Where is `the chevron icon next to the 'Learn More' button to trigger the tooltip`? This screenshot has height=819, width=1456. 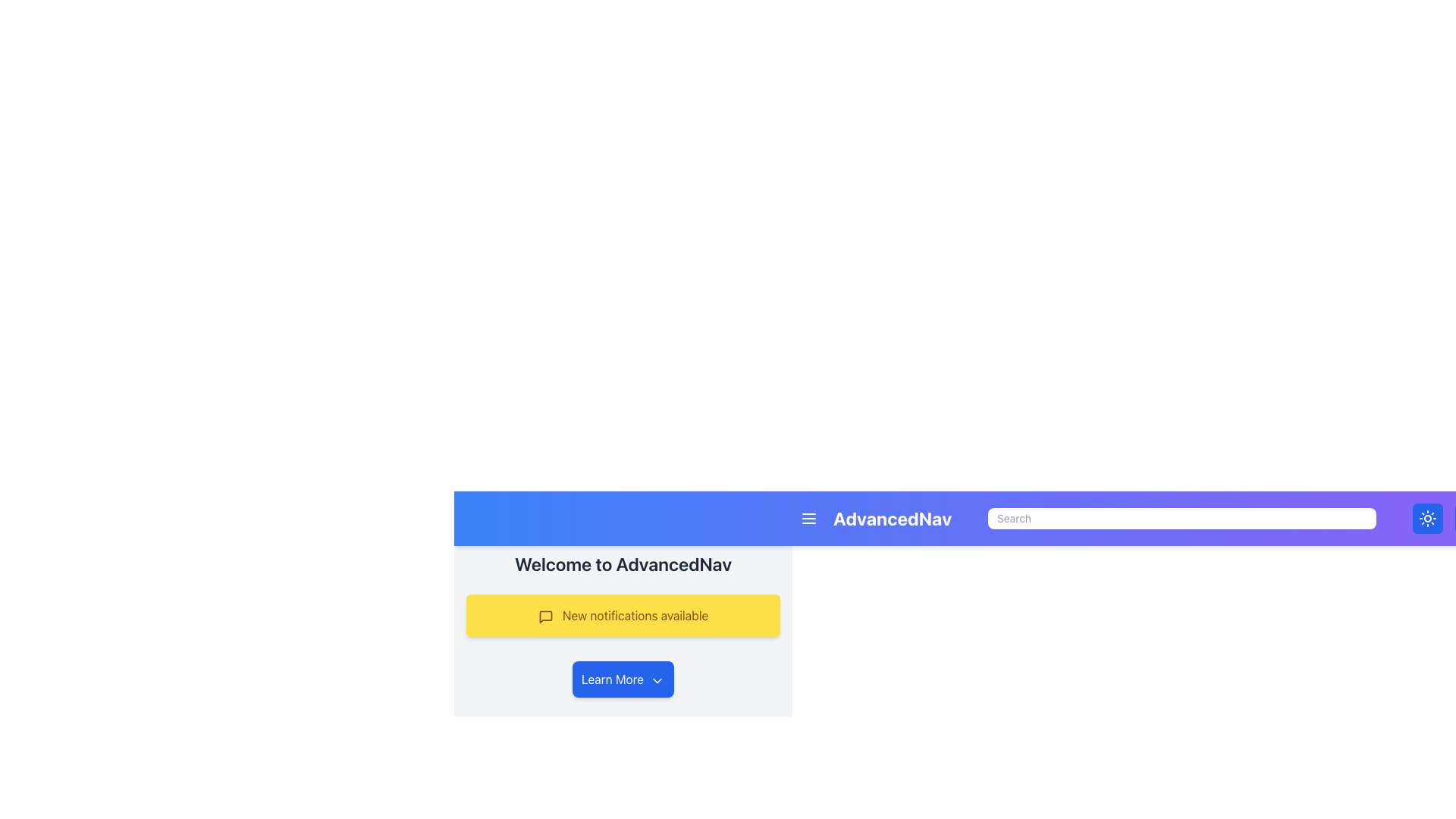 the chevron icon next to the 'Learn More' button to trigger the tooltip is located at coordinates (657, 679).